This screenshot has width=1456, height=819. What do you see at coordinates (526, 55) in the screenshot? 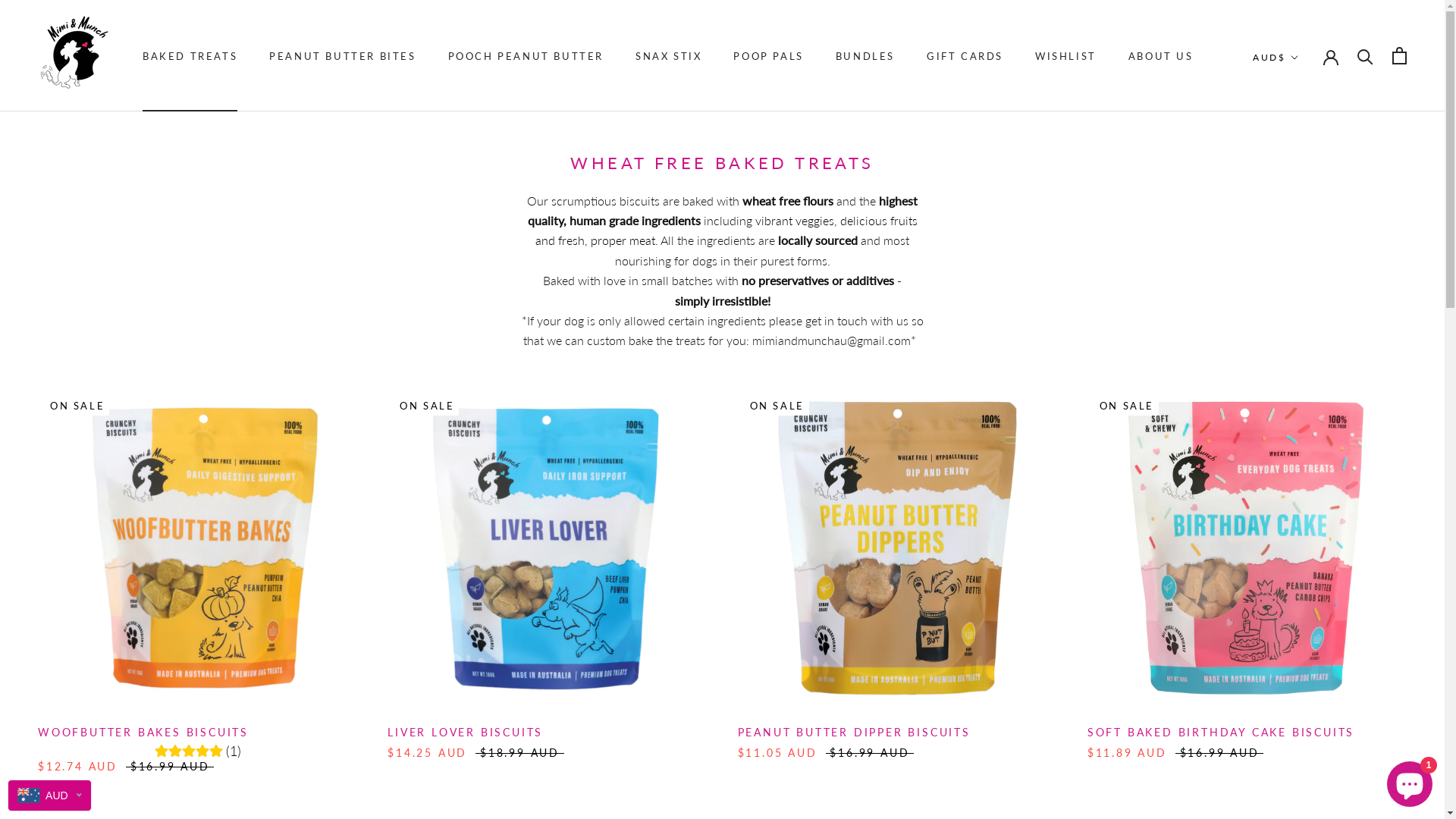
I see `'POOCH PEANUT BUTTER'` at bounding box center [526, 55].